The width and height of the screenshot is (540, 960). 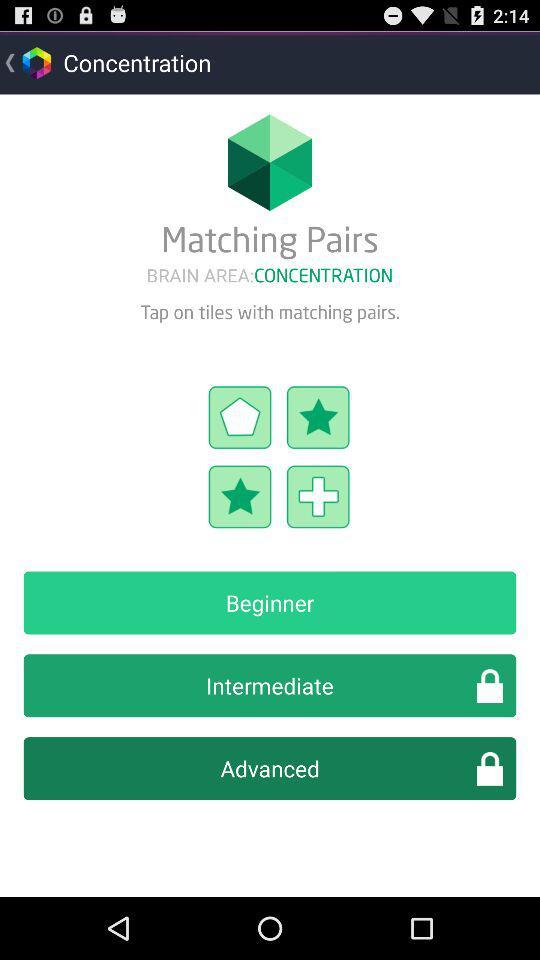 I want to click on beginner icon, so click(x=270, y=601).